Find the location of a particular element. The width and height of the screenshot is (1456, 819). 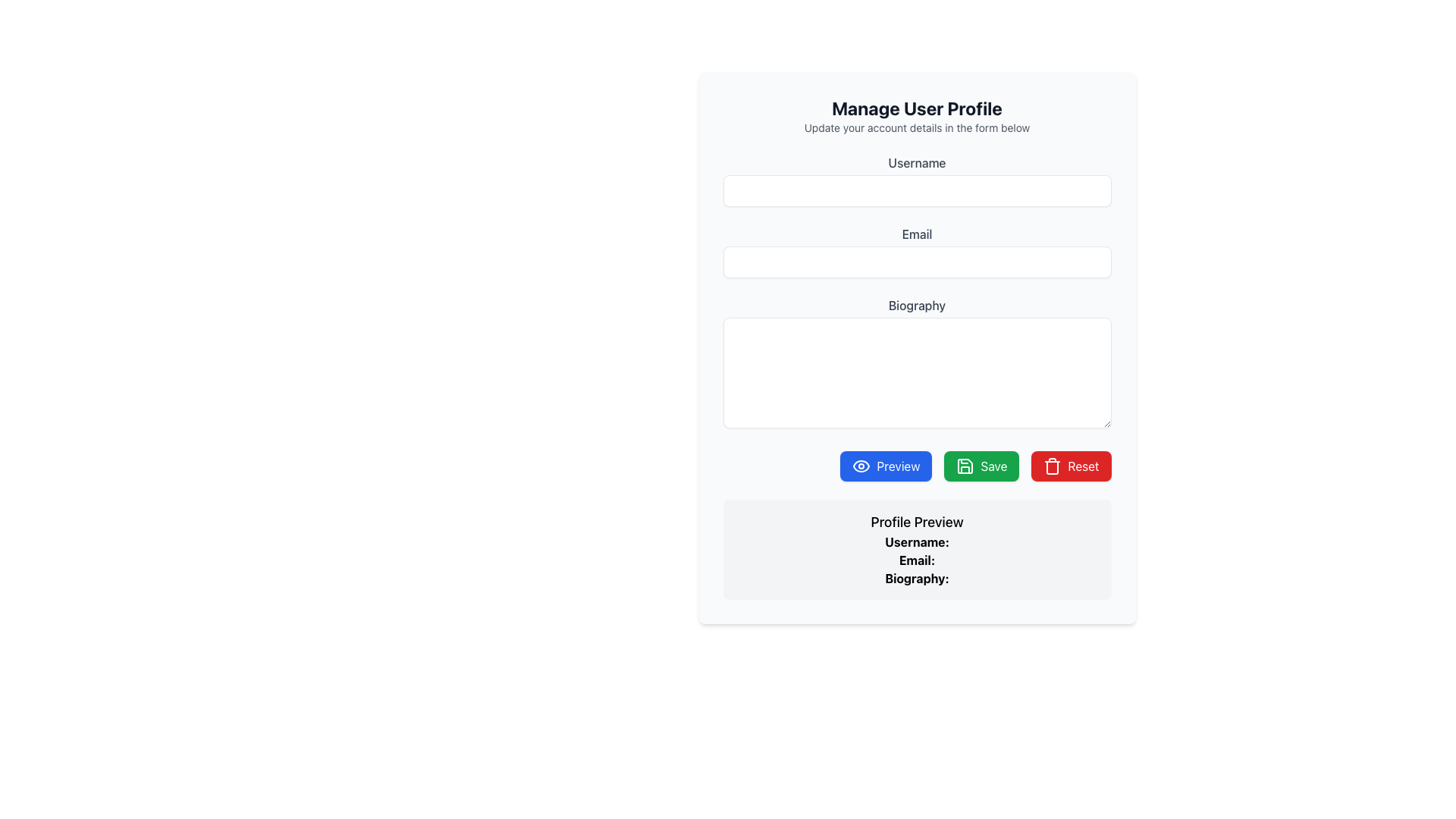

the 'Username' label, which is a gray text label positioned above the username input box, located near the top center of the form is located at coordinates (916, 163).